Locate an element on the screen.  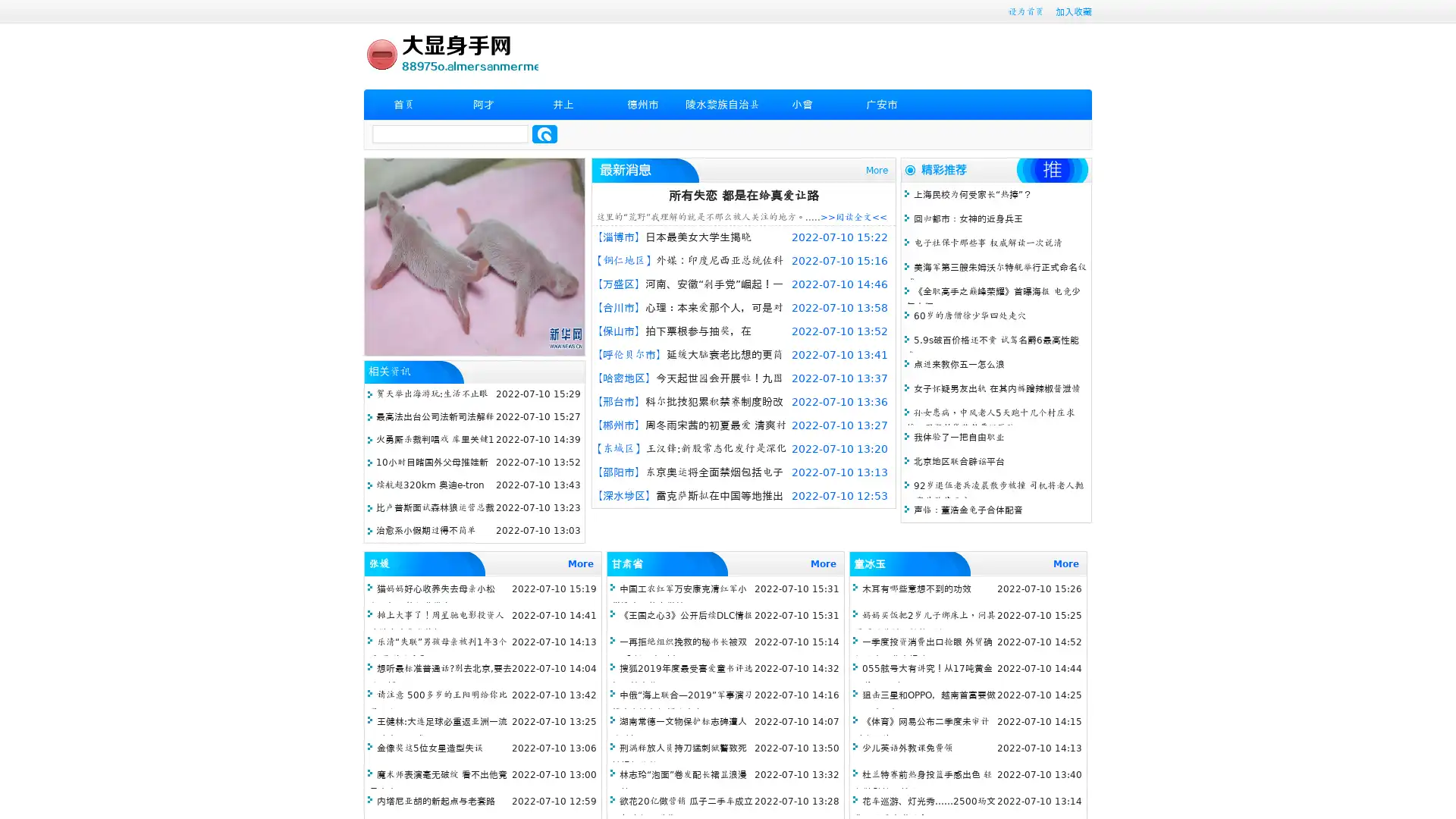
Search is located at coordinates (544, 133).